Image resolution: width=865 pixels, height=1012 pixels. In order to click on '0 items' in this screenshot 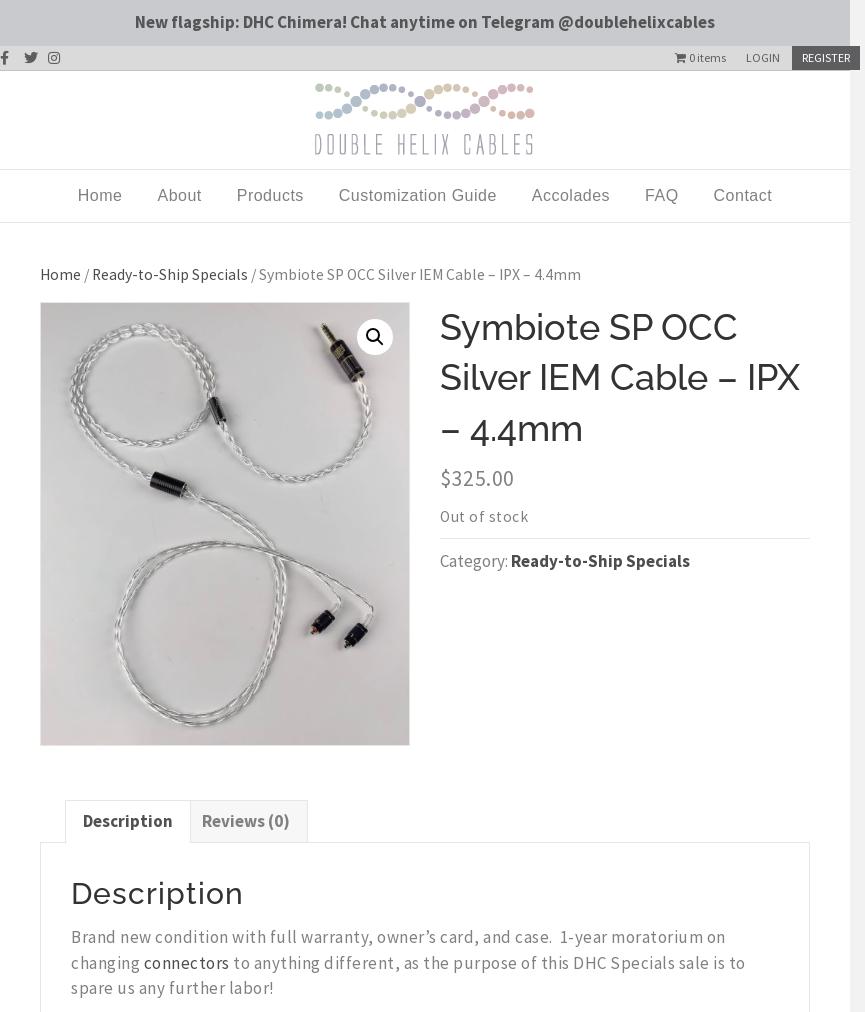, I will do `click(707, 55)`.